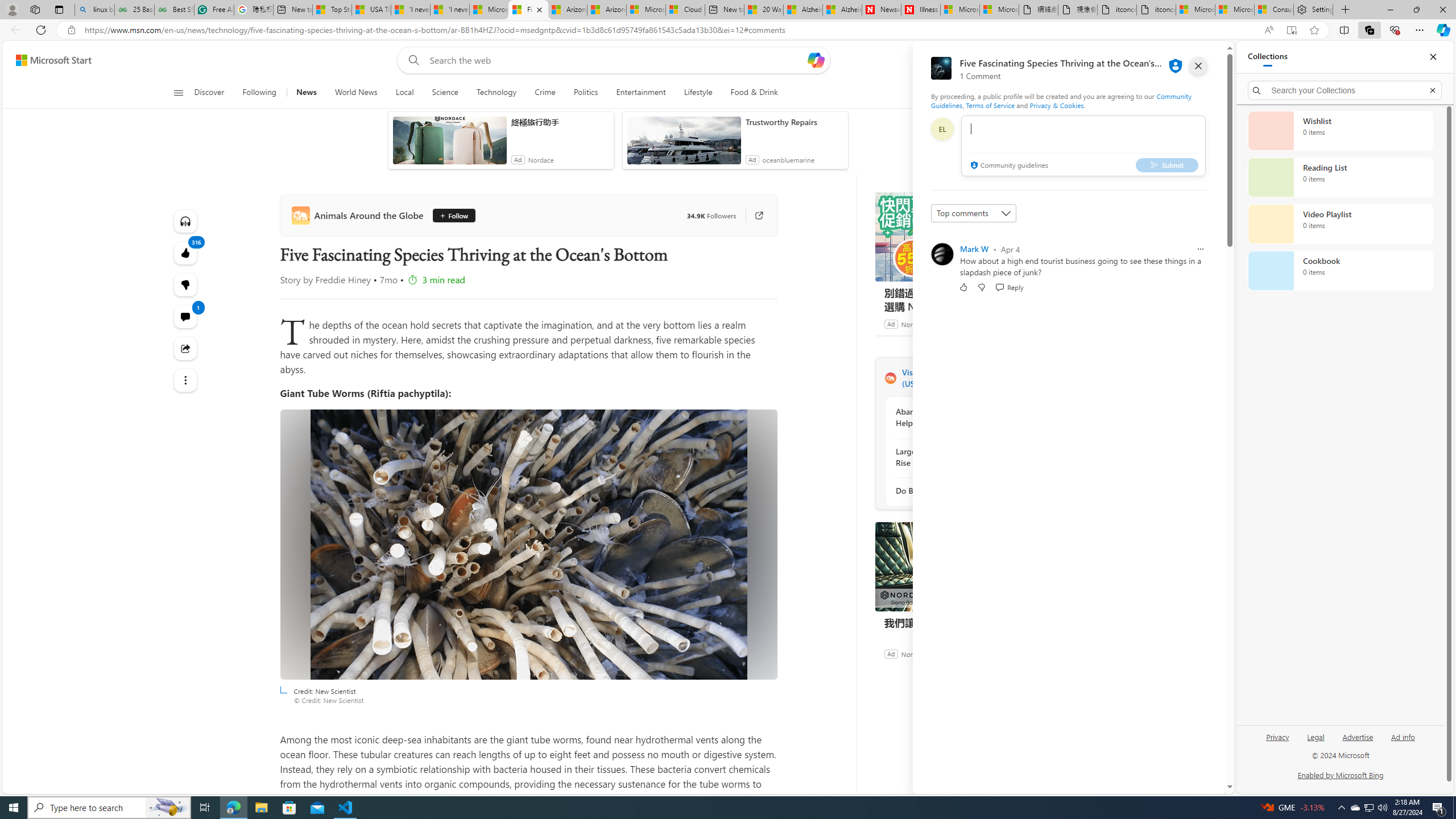  Describe the element at coordinates (1403, 741) in the screenshot. I see `'Ad info'` at that location.